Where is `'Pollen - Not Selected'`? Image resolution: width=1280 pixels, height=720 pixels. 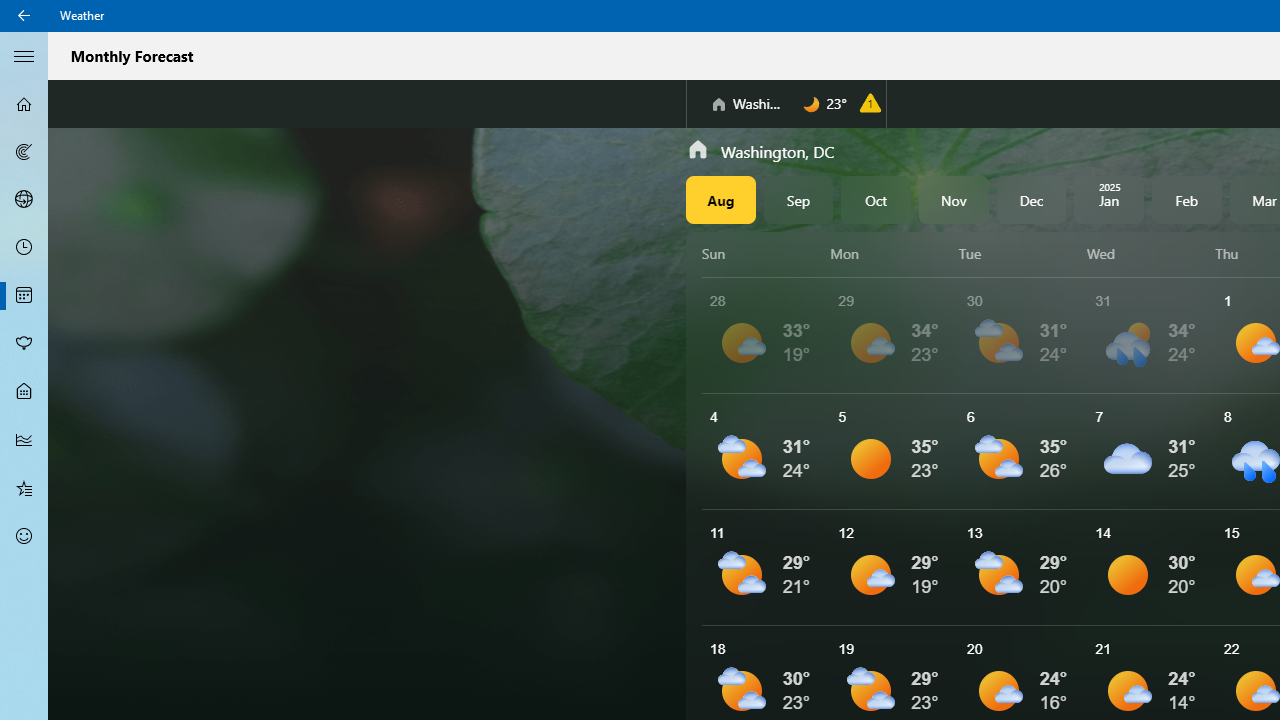 'Pollen - Not Selected' is located at coordinates (24, 342).